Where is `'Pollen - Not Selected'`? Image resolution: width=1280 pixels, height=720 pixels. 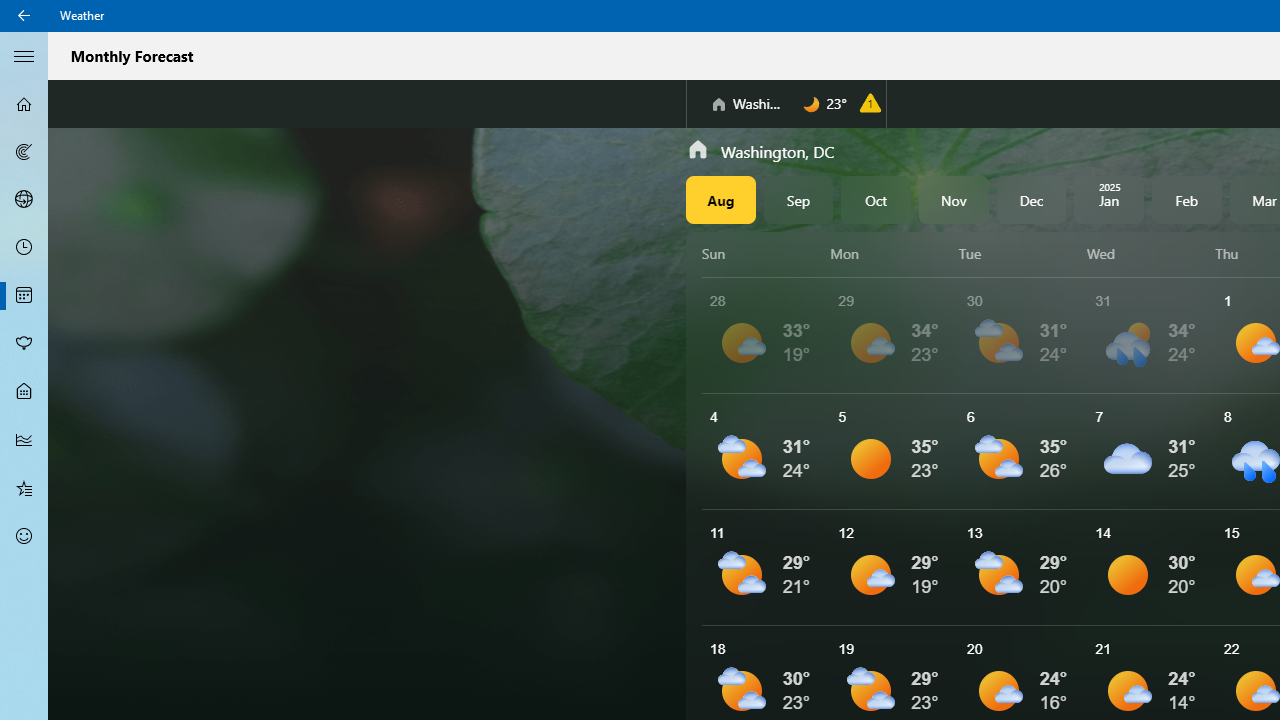 'Pollen - Not Selected' is located at coordinates (24, 342).